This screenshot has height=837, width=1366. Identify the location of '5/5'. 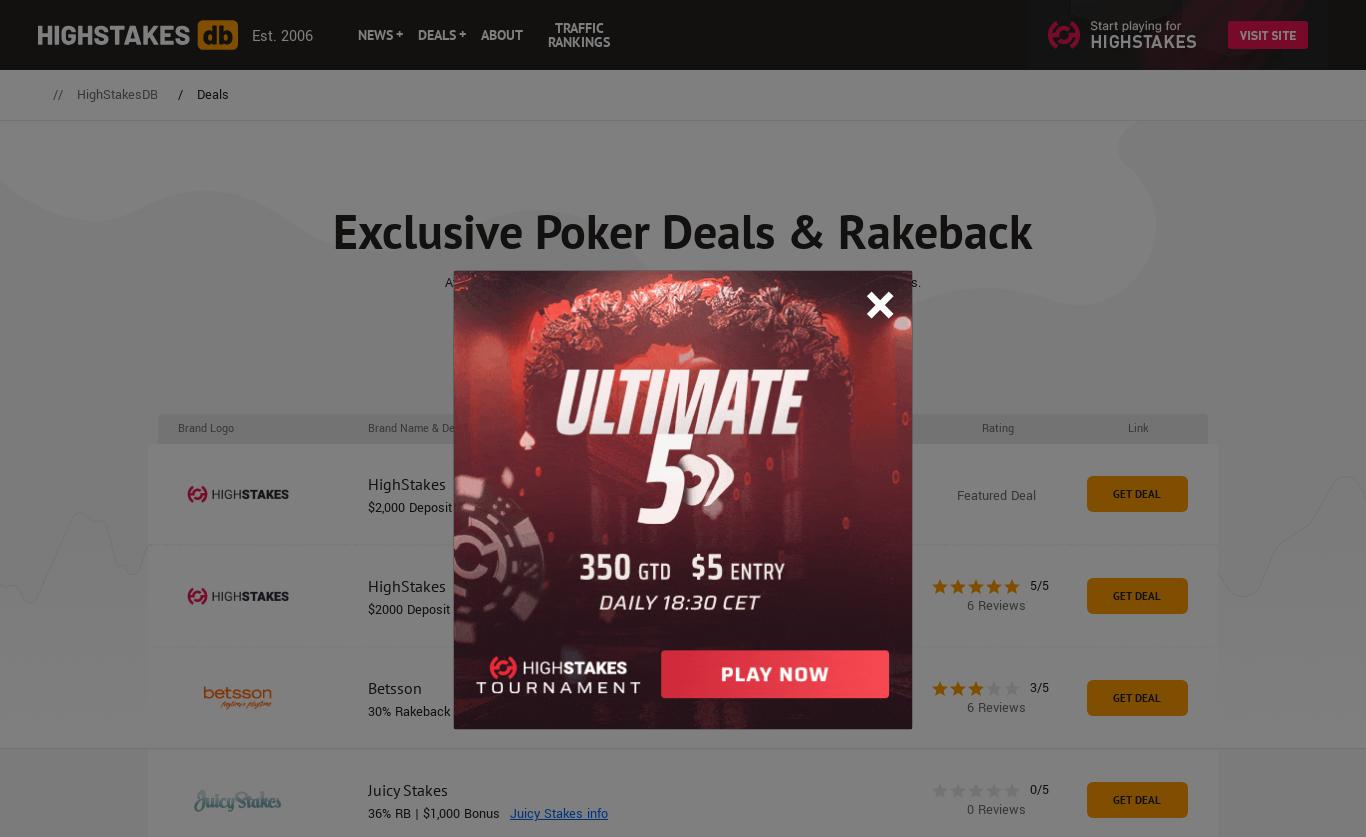
(1037, 585).